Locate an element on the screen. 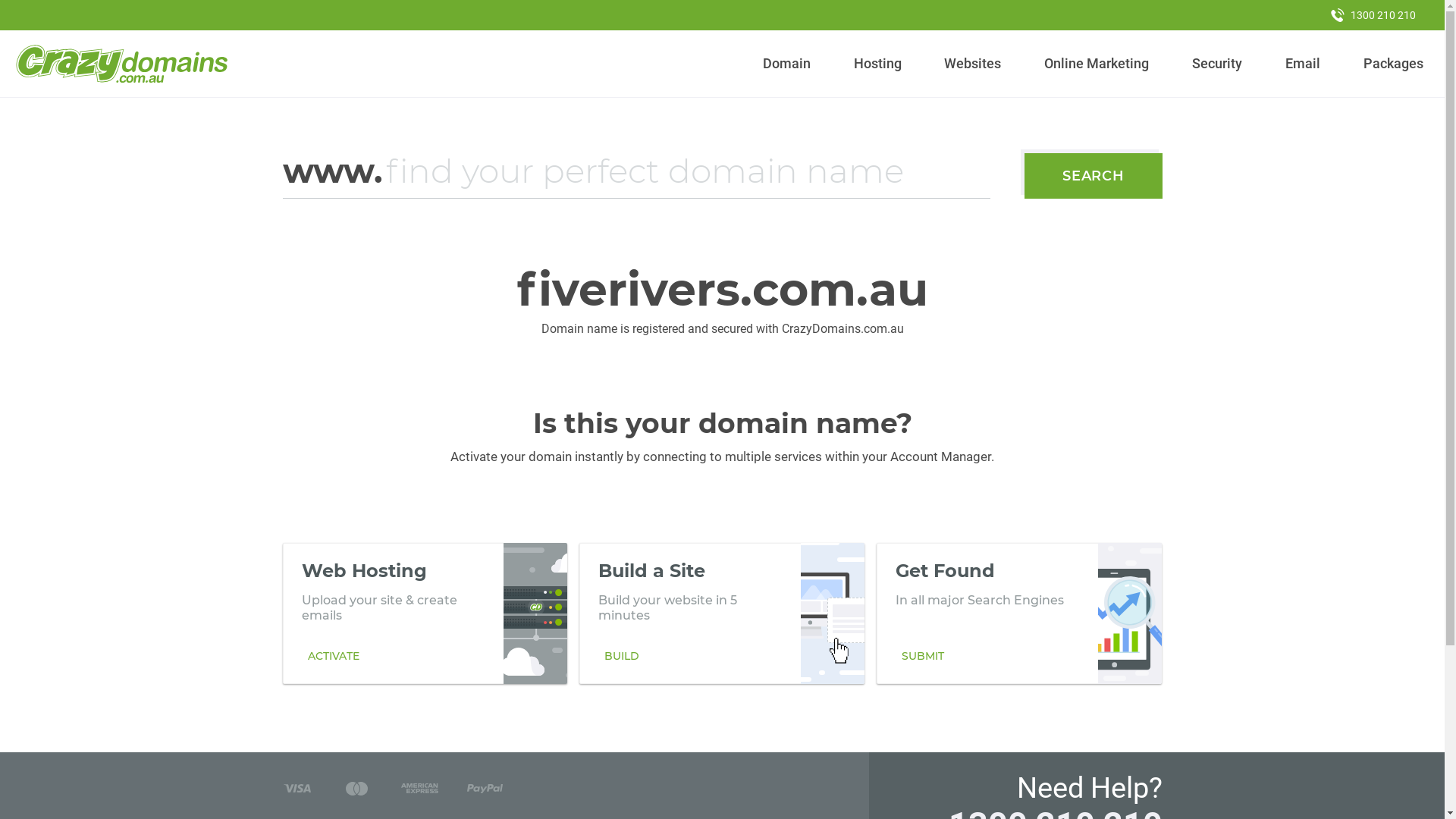  'Online Marketing' is located at coordinates (1097, 63).